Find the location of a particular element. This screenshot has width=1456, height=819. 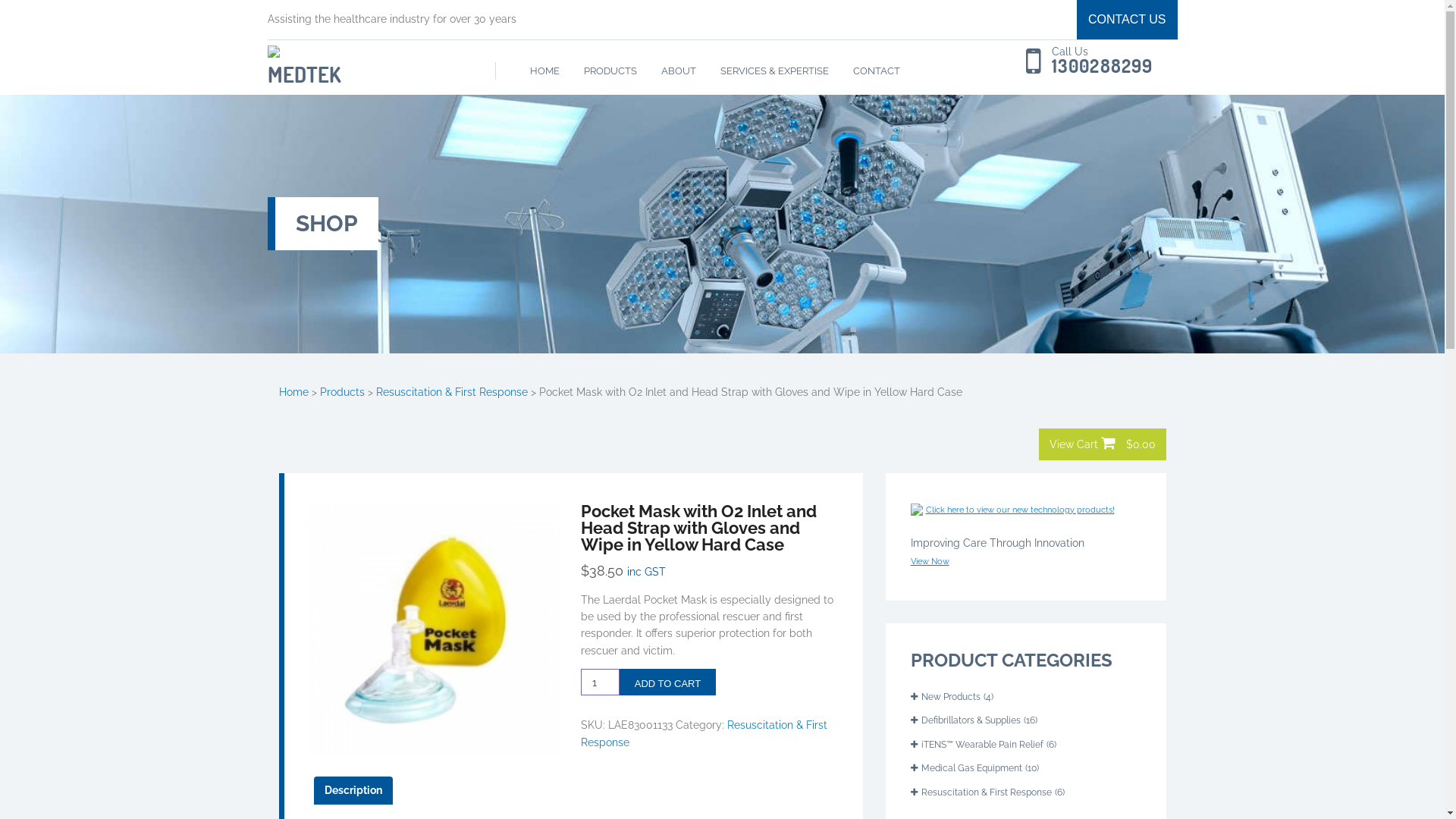

'ABOUT' is located at coordinates (677, 71).